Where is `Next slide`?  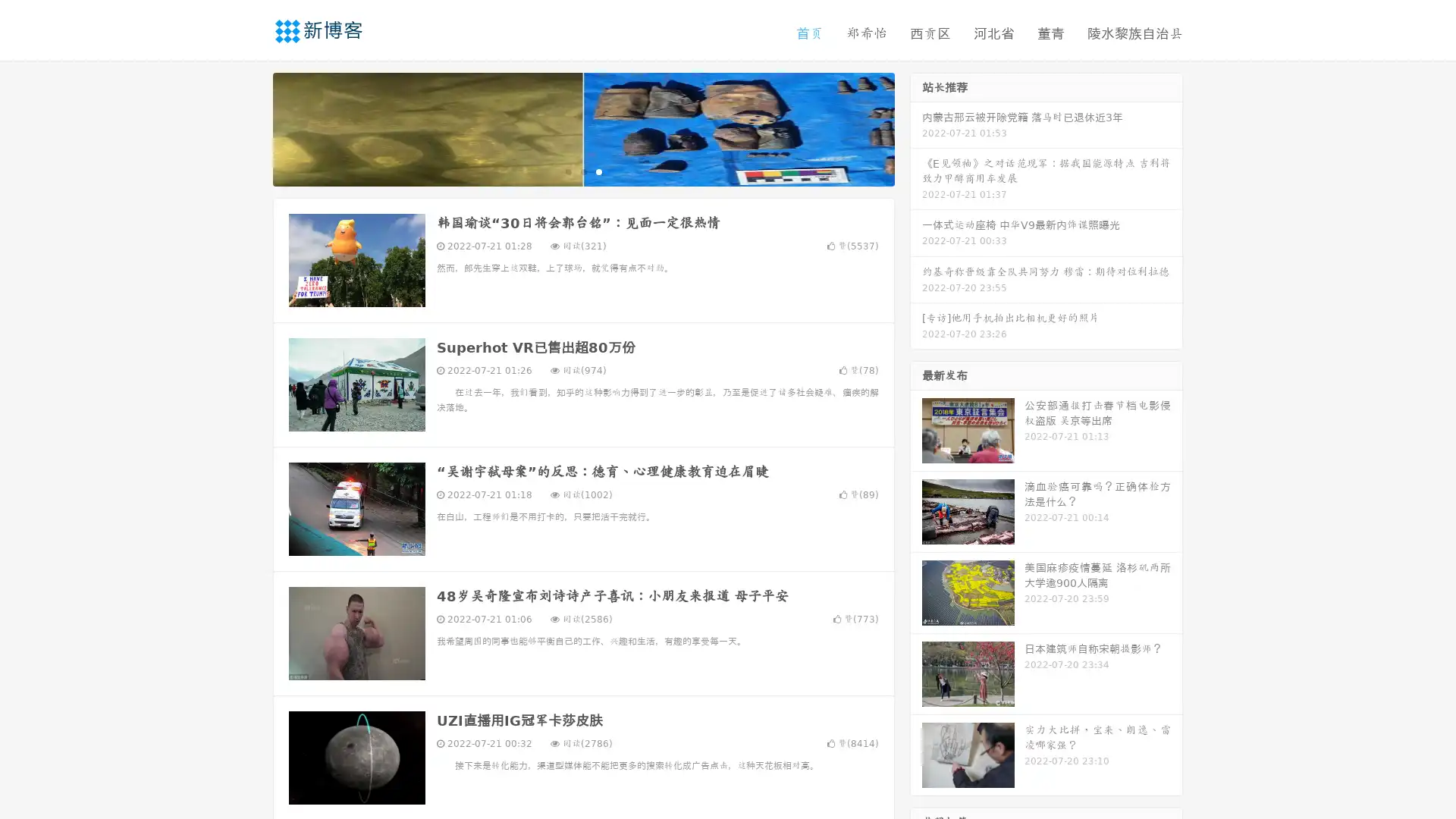
Next slide is located at coordinates (916, 127).